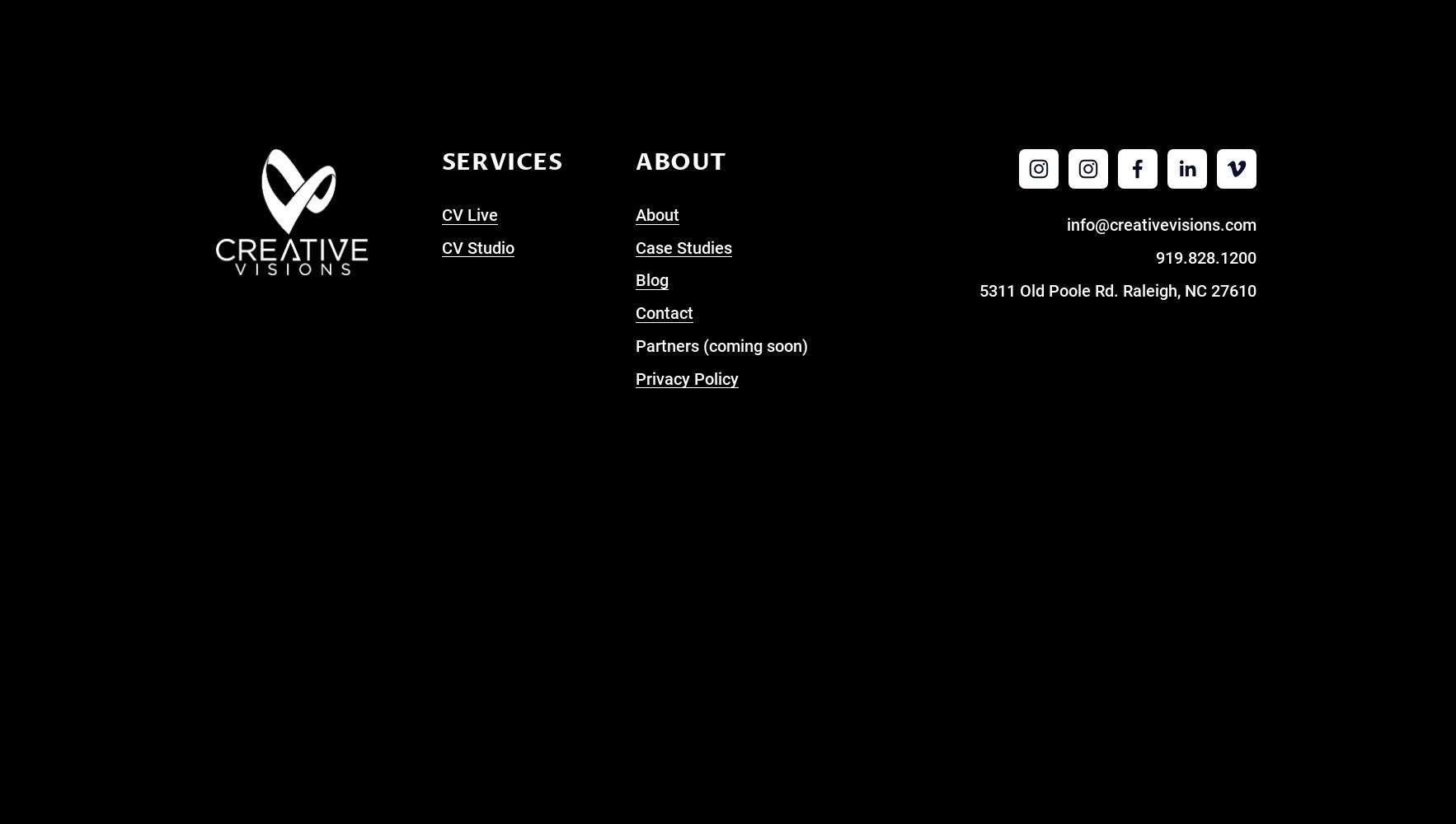  I want to click on 'Partners (coming soon)', so click(721, 345).